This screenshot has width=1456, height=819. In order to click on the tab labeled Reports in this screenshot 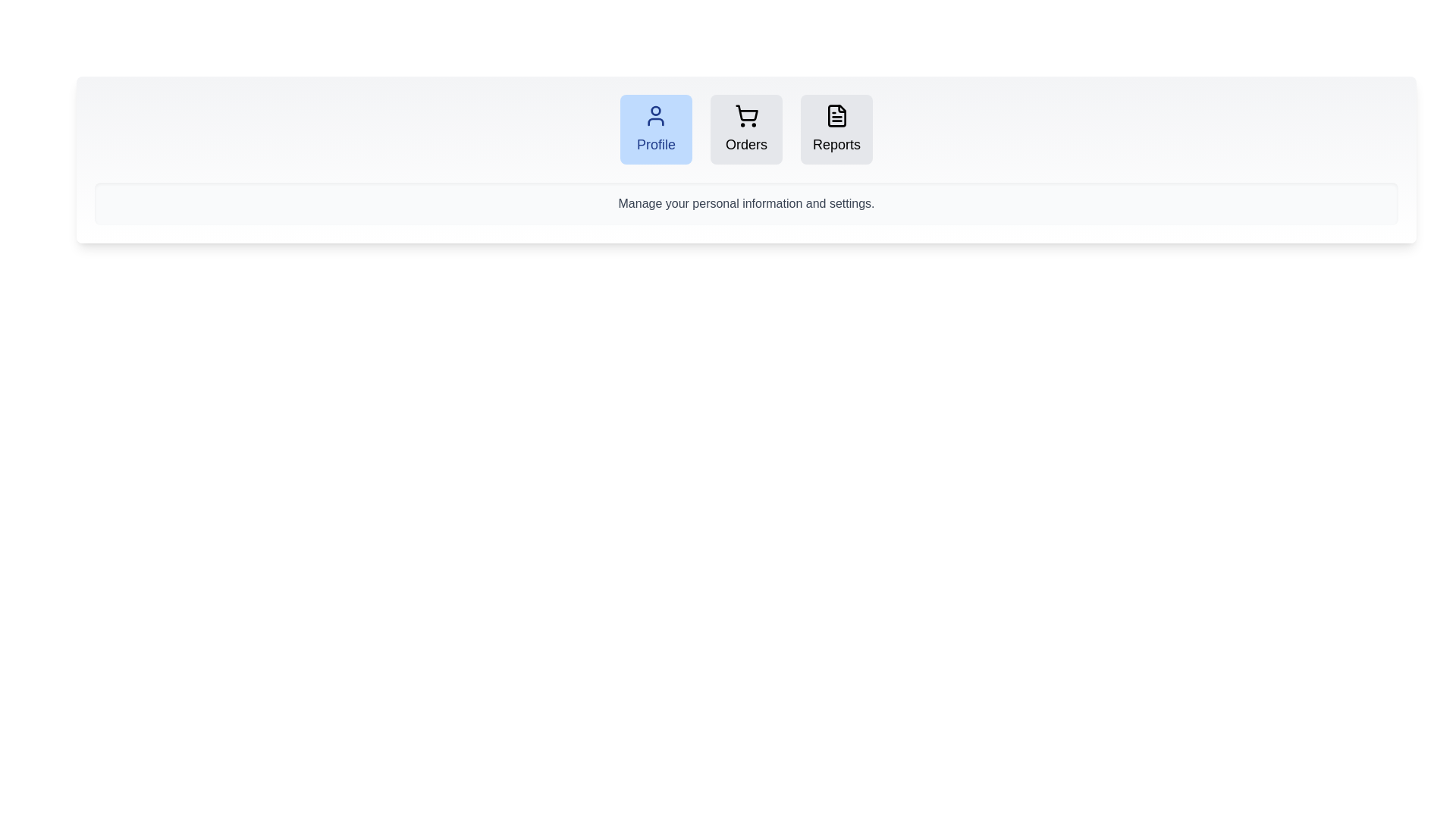, I will do `click(836, 128)`.